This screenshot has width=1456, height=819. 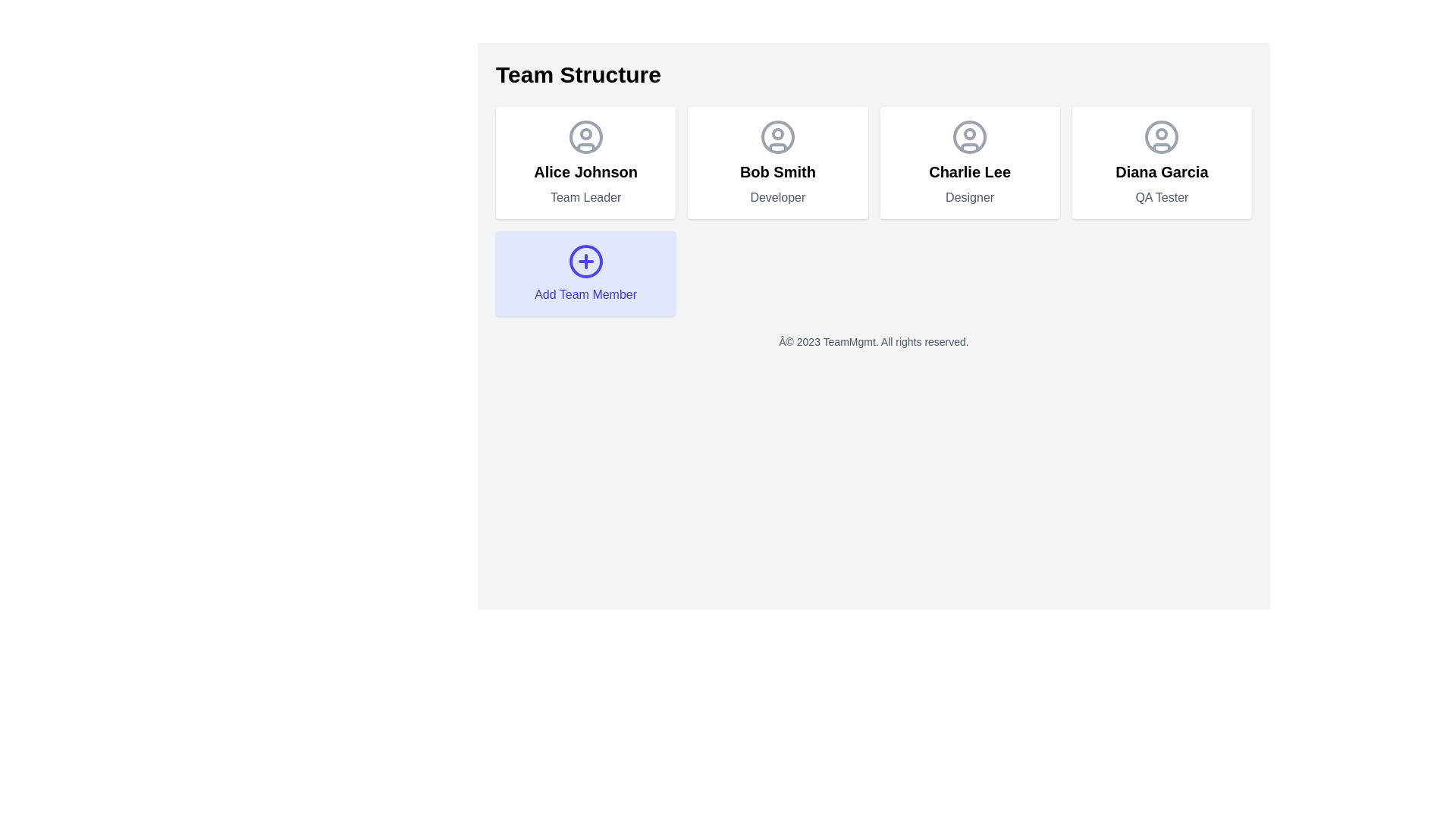 I want to click on the Profile Card of Diana Garcia, which features a circular user icon and the text 'QA Tester' below her name, located as the fourth card in the top row of team member cards, so click(x=1161, y=163).